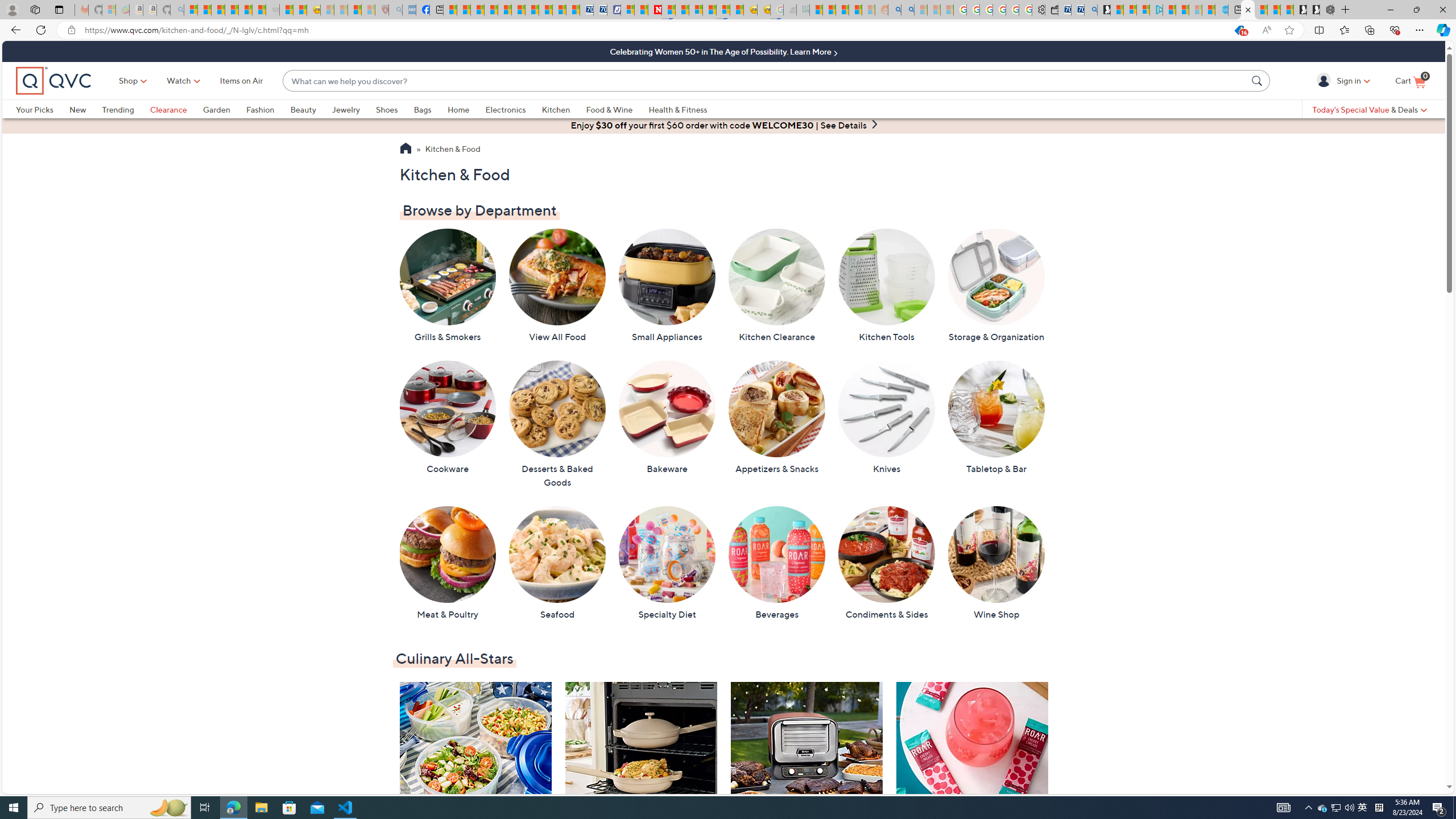  I want to click on 'Search Submit', so click(1259, 80).